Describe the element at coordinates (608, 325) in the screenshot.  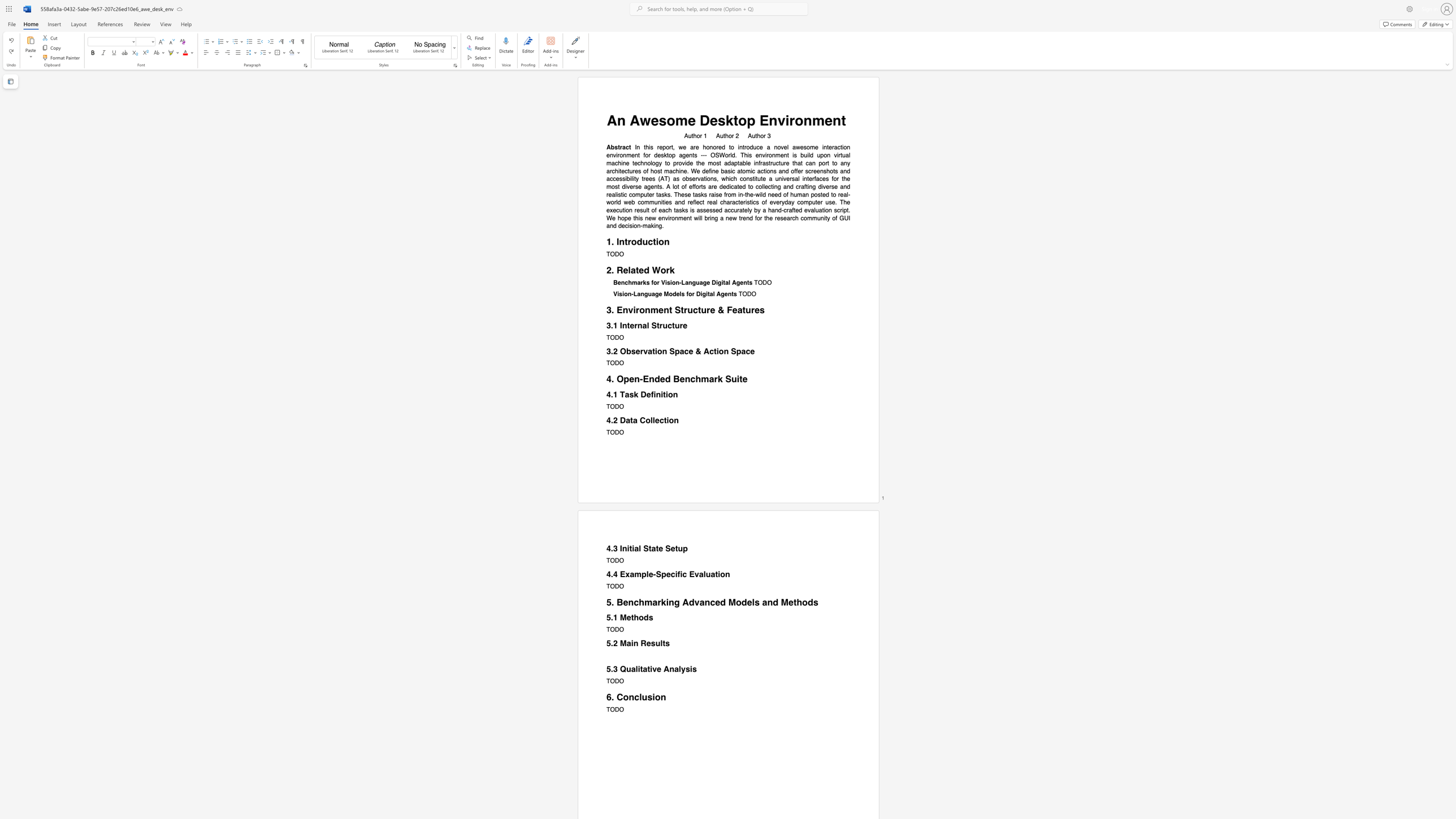
I see `the 1th character "3" in the text` at that location.